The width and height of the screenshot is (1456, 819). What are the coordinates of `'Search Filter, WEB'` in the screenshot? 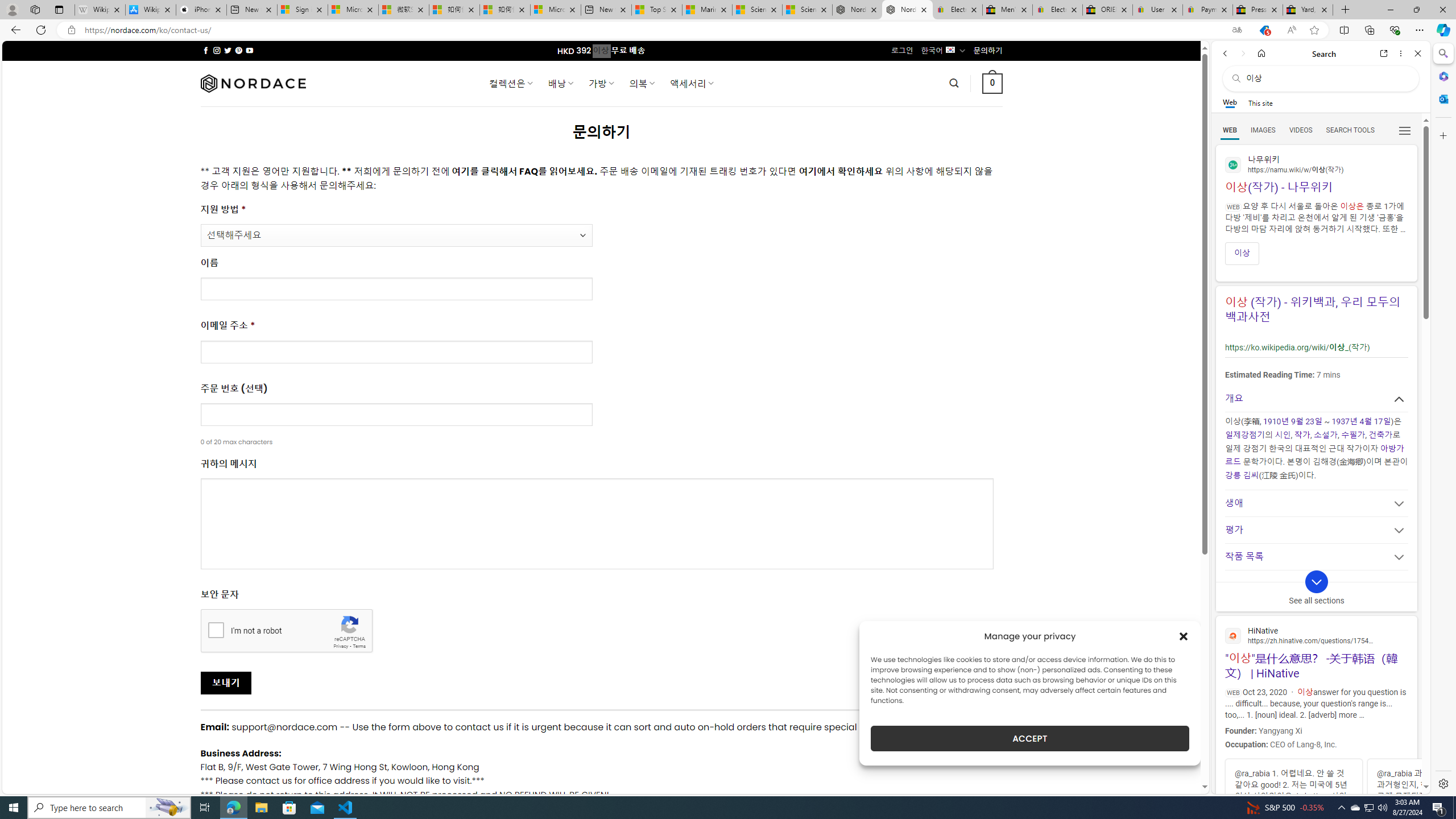 It's located at (1230, 129).